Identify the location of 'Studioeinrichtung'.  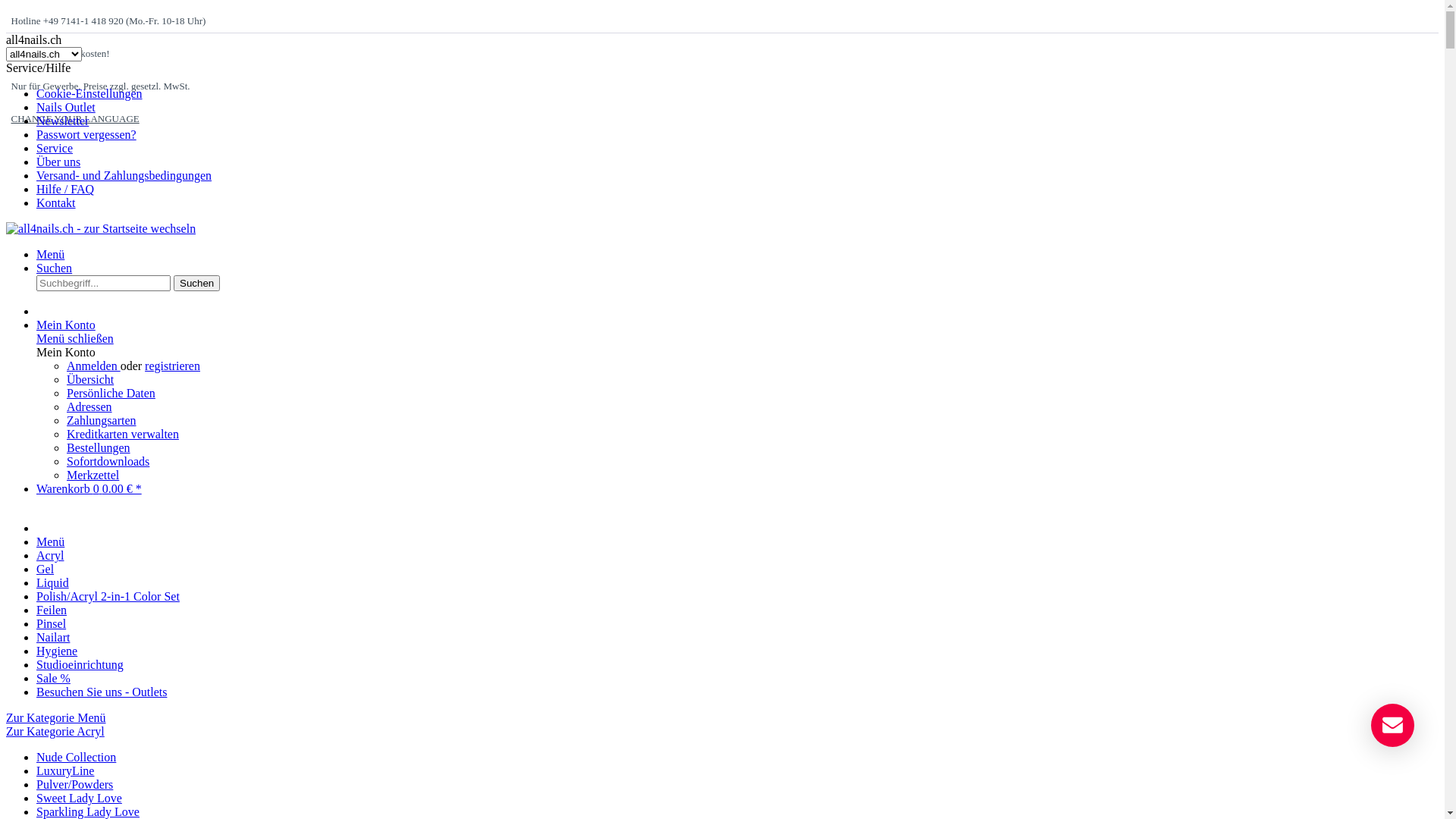
(36, 664).